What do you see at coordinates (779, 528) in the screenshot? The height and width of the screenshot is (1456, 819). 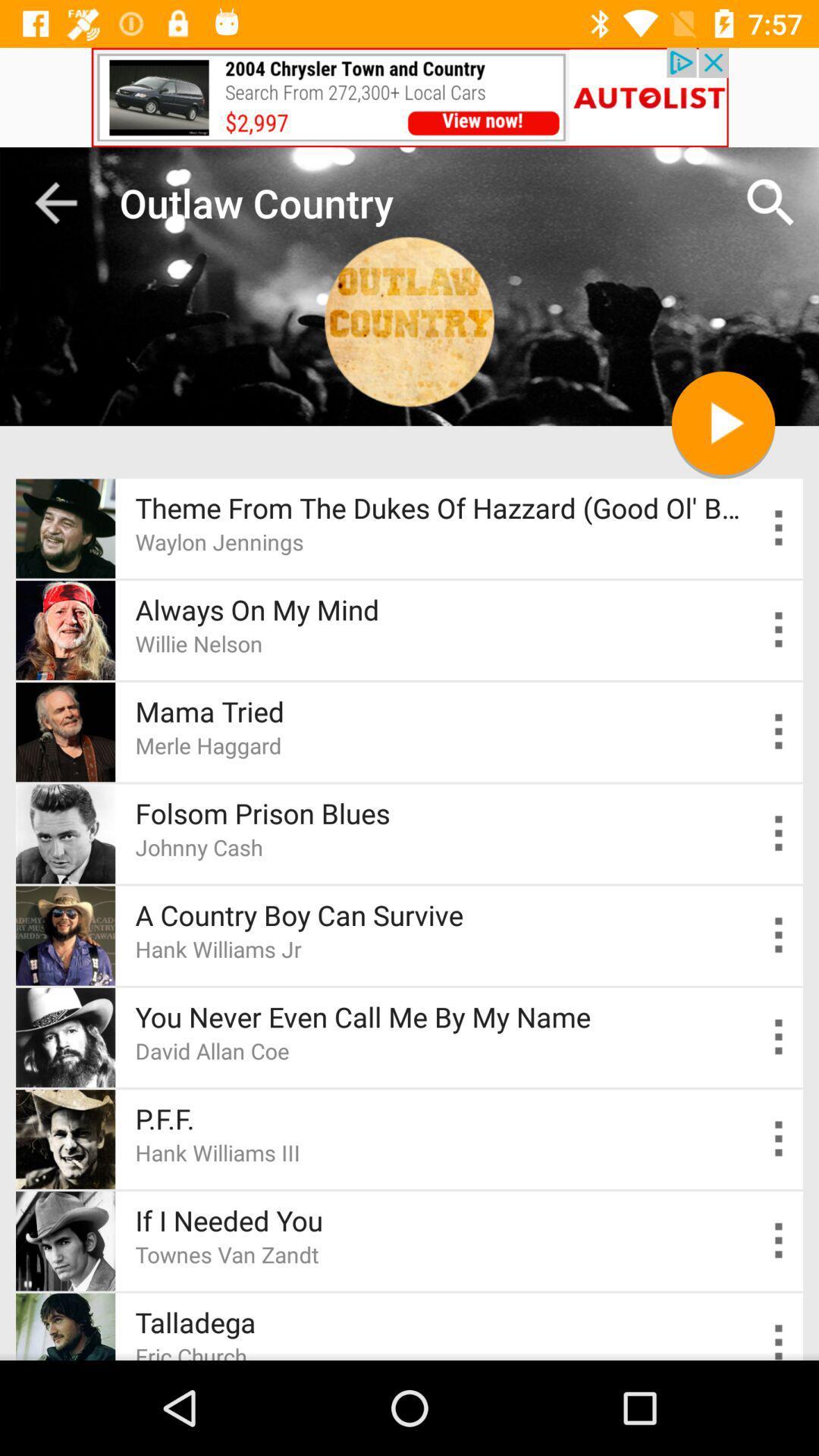 I see `more options` at bounding box center [779, 528].